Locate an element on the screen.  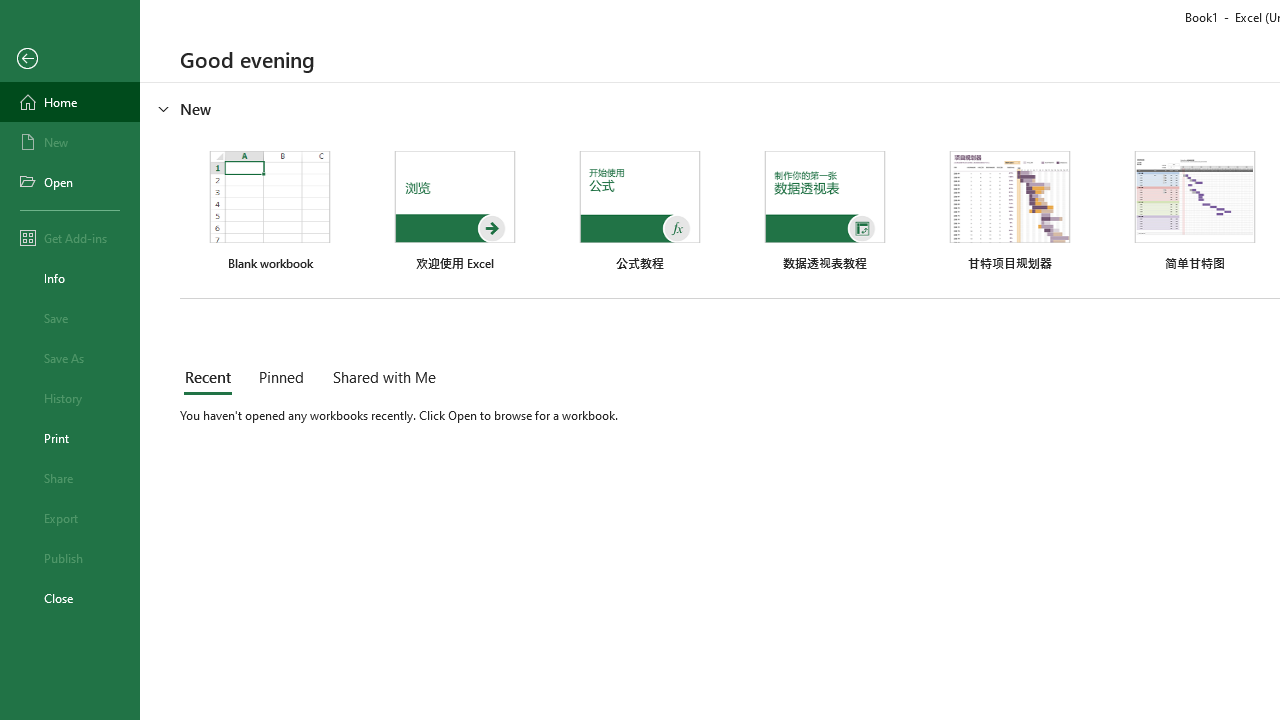
'Blank workbook' is located at coordinates (269, 211).